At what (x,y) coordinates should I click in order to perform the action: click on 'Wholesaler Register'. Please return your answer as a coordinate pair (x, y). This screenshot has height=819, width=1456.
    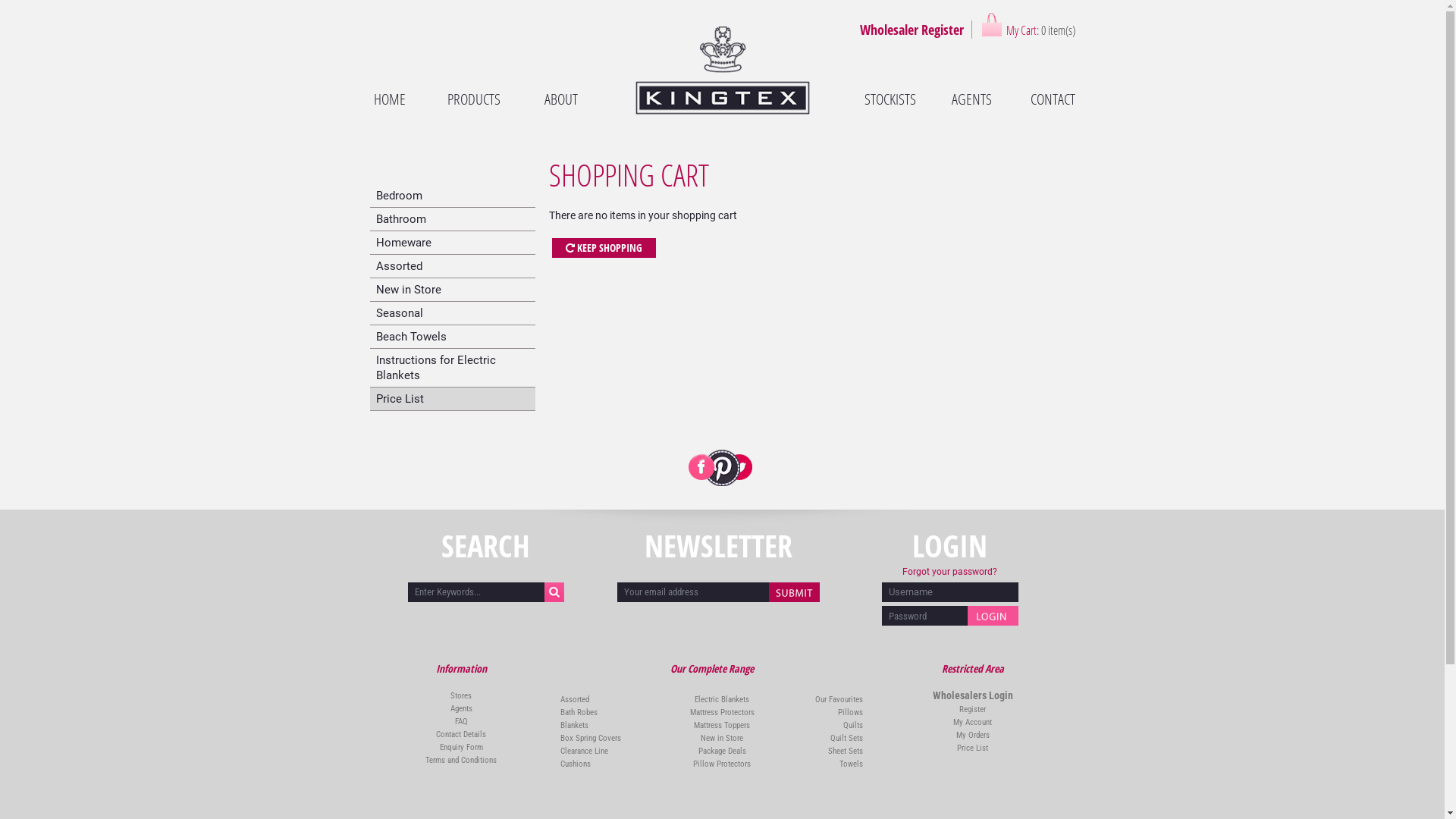
    Looking at the image, I should click on (912, 29).